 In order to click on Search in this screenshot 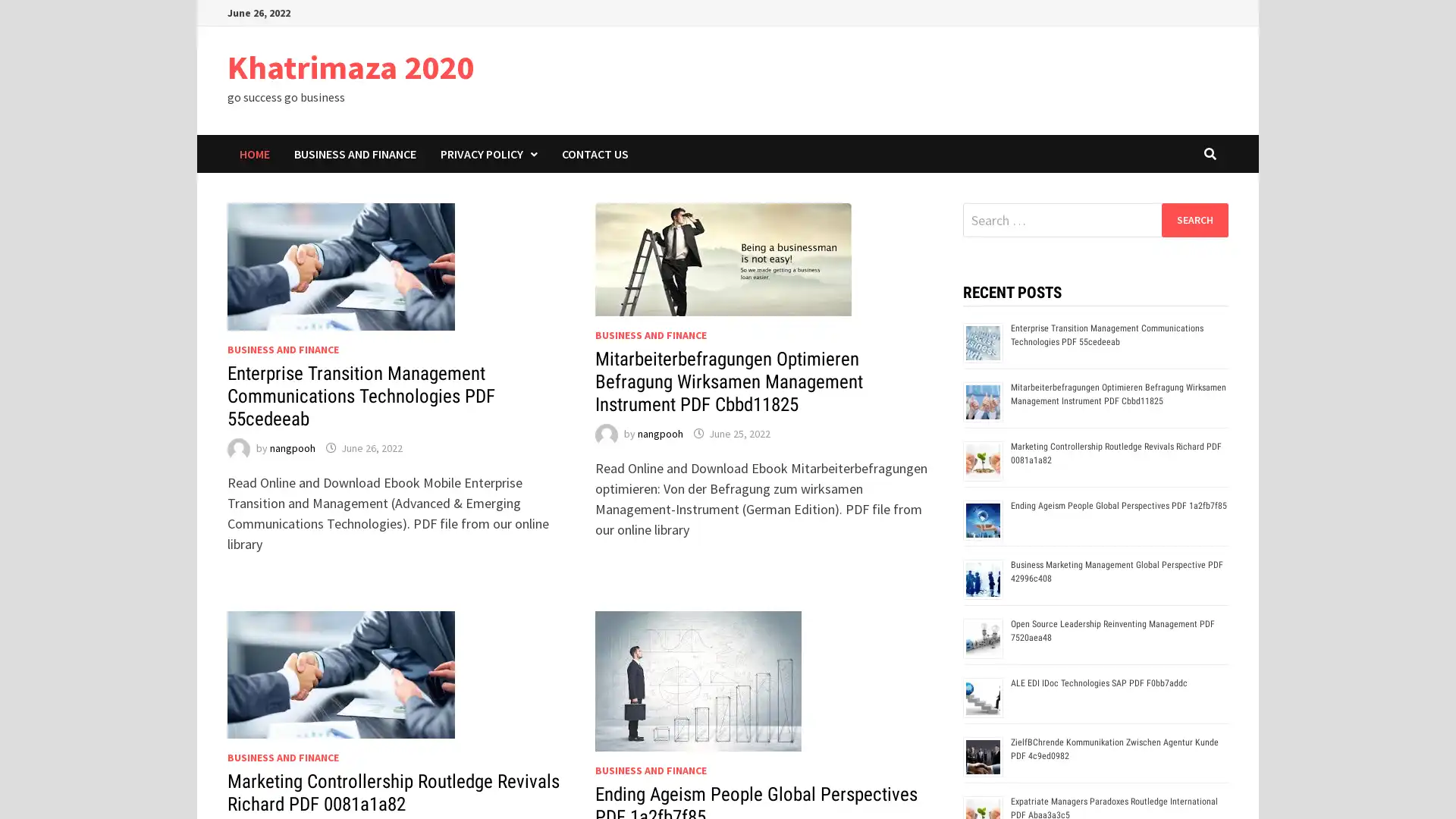, I will do `click(1194, 219)`.